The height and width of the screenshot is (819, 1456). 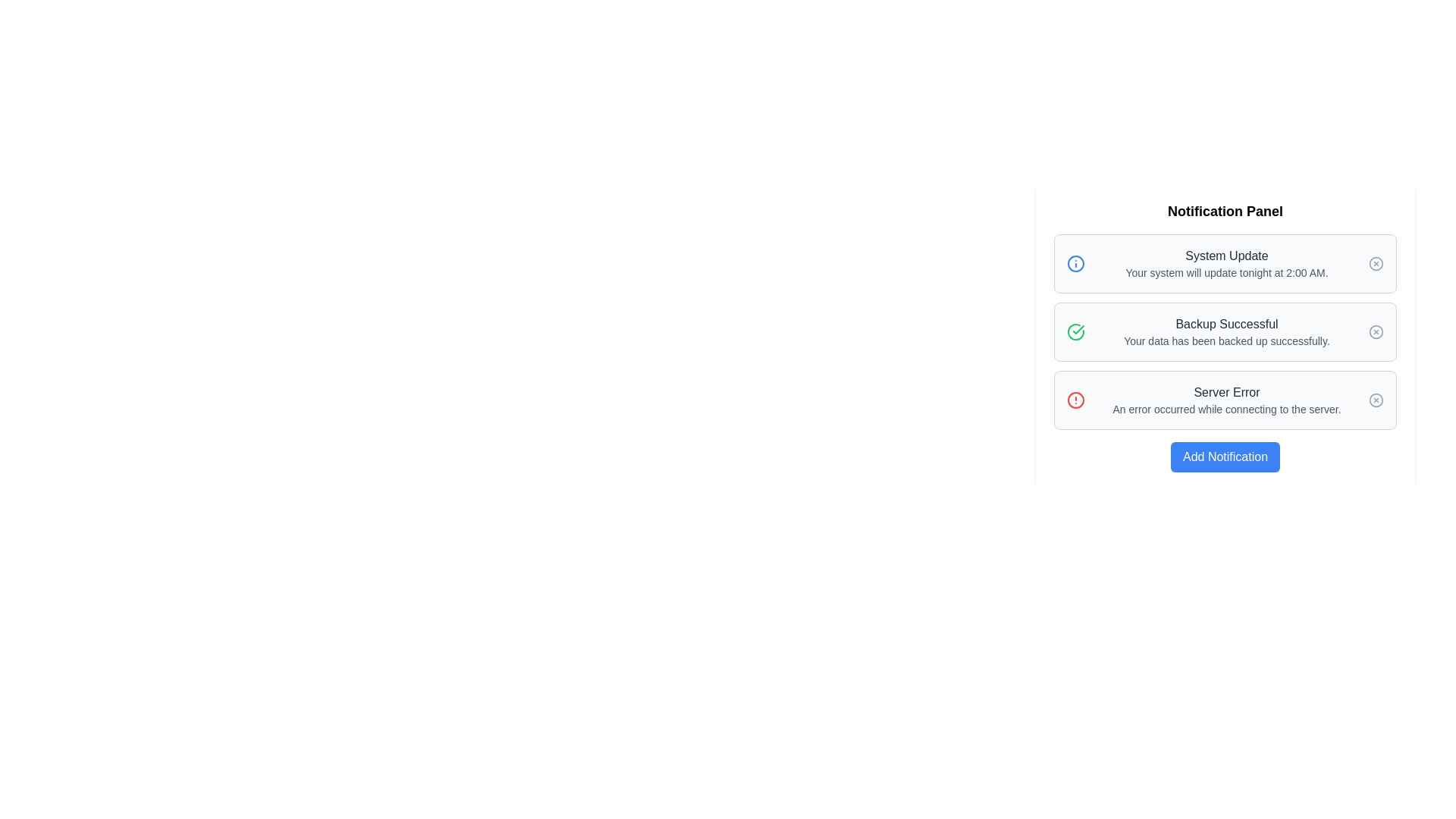 What do you see at coordinates (1226, 391) in the screenshot?
I see `the 'Server Error' text label that indicates a server error to the user, located in the central third of the interface` at bounding box center [1226, 391].